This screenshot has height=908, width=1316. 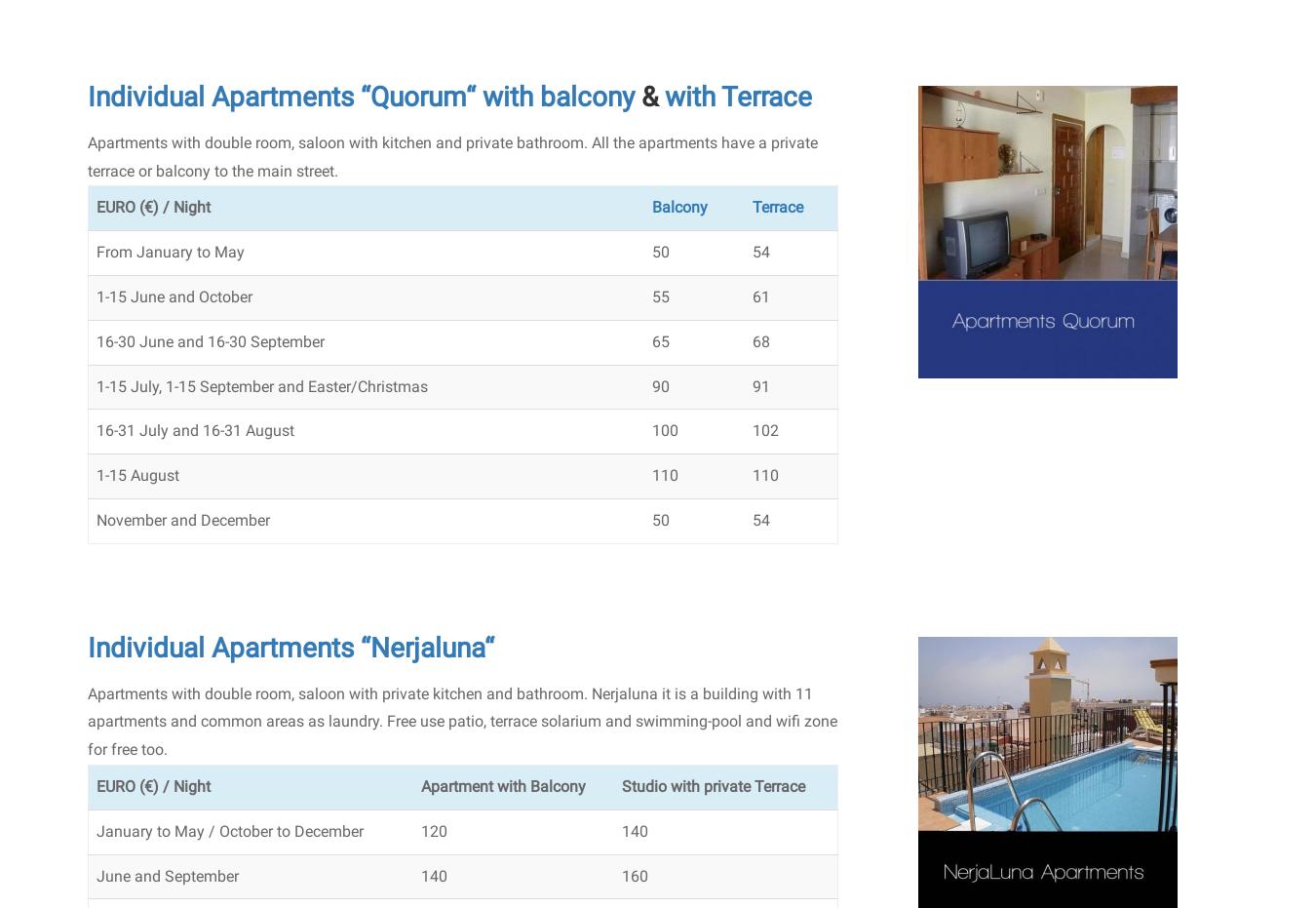 What do you see at coordinates (650, 296) in the screenshot?
I see `'55'` at bounding box center [650, 296].